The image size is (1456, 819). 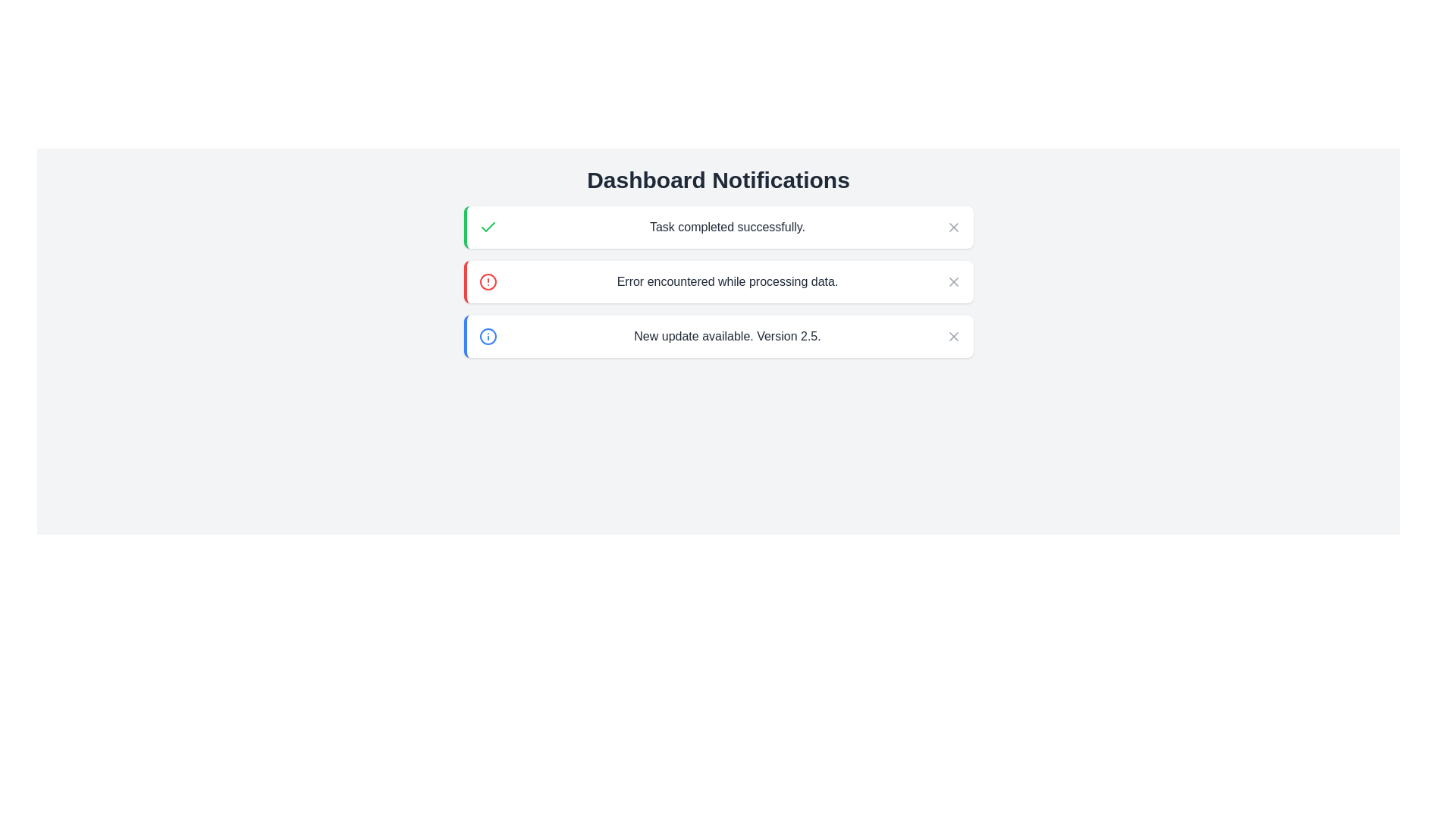 What do you see at coordinates (952, 335) in the screenshot?
I see `the Close button in the top-right corner of the notification card labeled 'New update available. Version 2.5.'` at bounding box center [952, 335].